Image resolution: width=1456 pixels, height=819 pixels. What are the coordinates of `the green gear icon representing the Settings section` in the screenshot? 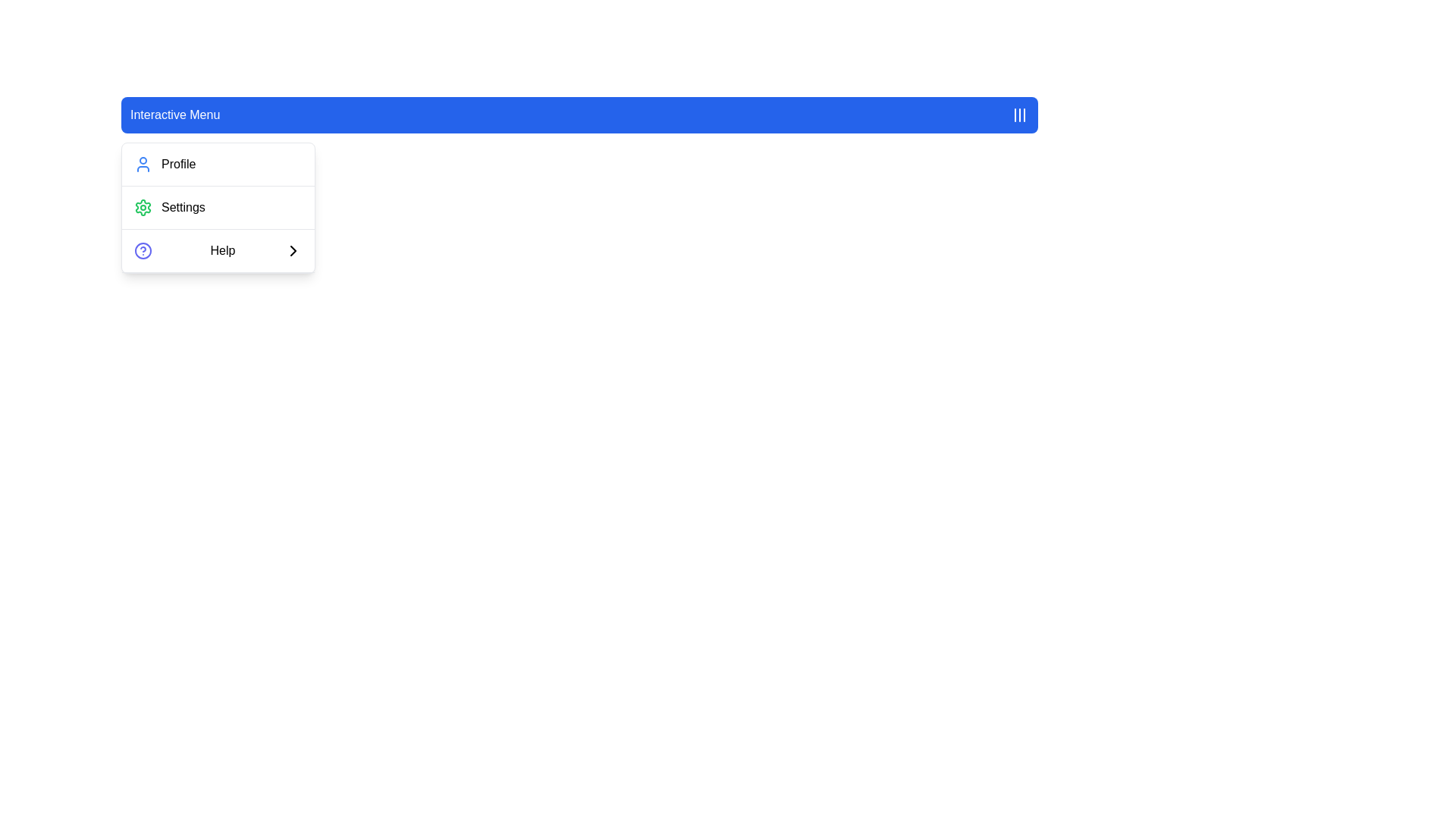 It's located at (143, 207).